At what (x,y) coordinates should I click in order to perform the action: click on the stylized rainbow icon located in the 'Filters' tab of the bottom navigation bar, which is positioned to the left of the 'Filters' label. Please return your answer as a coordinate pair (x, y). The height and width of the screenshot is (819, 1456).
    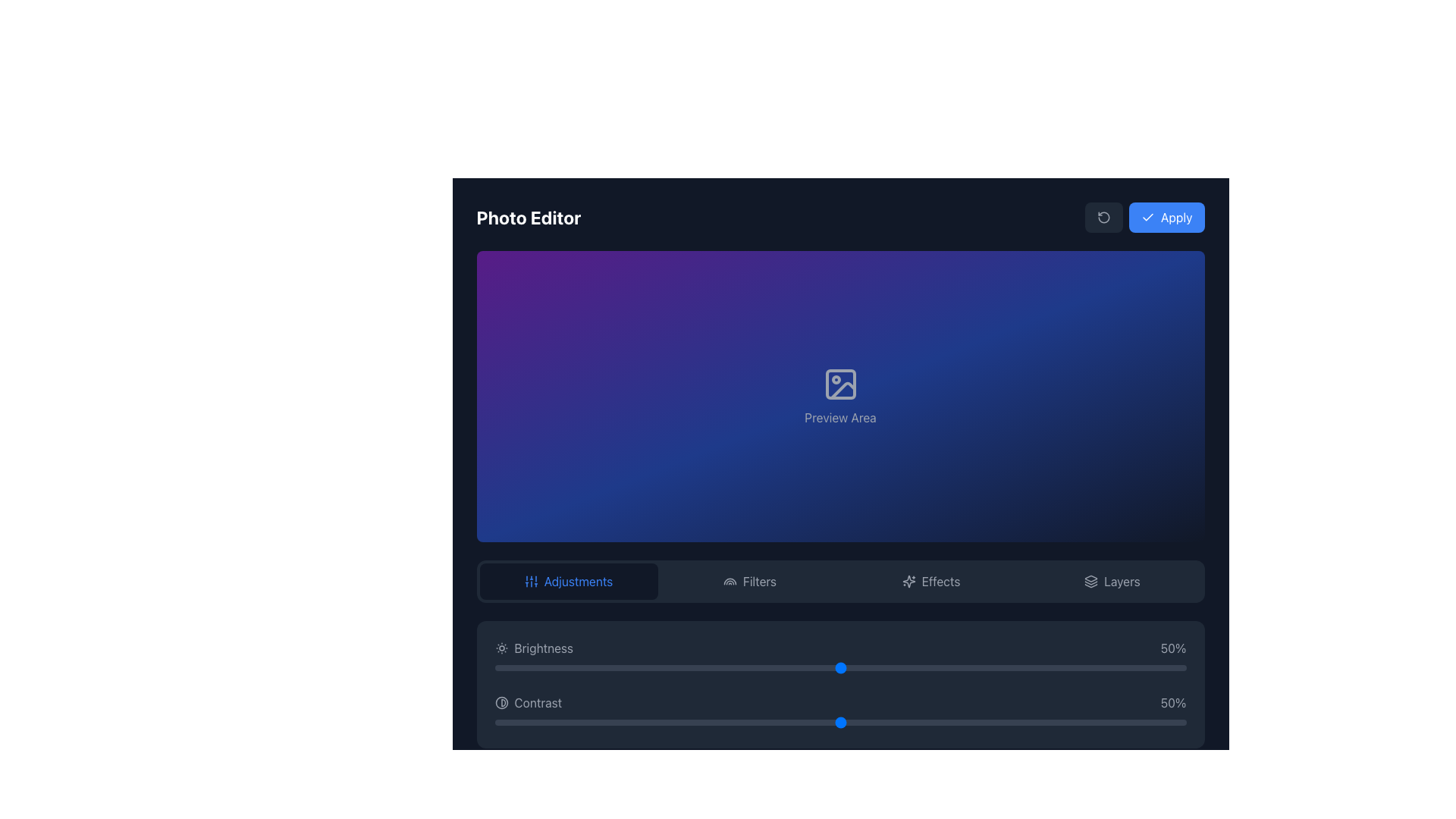
    Looking at the image, I should click on (730, 581).